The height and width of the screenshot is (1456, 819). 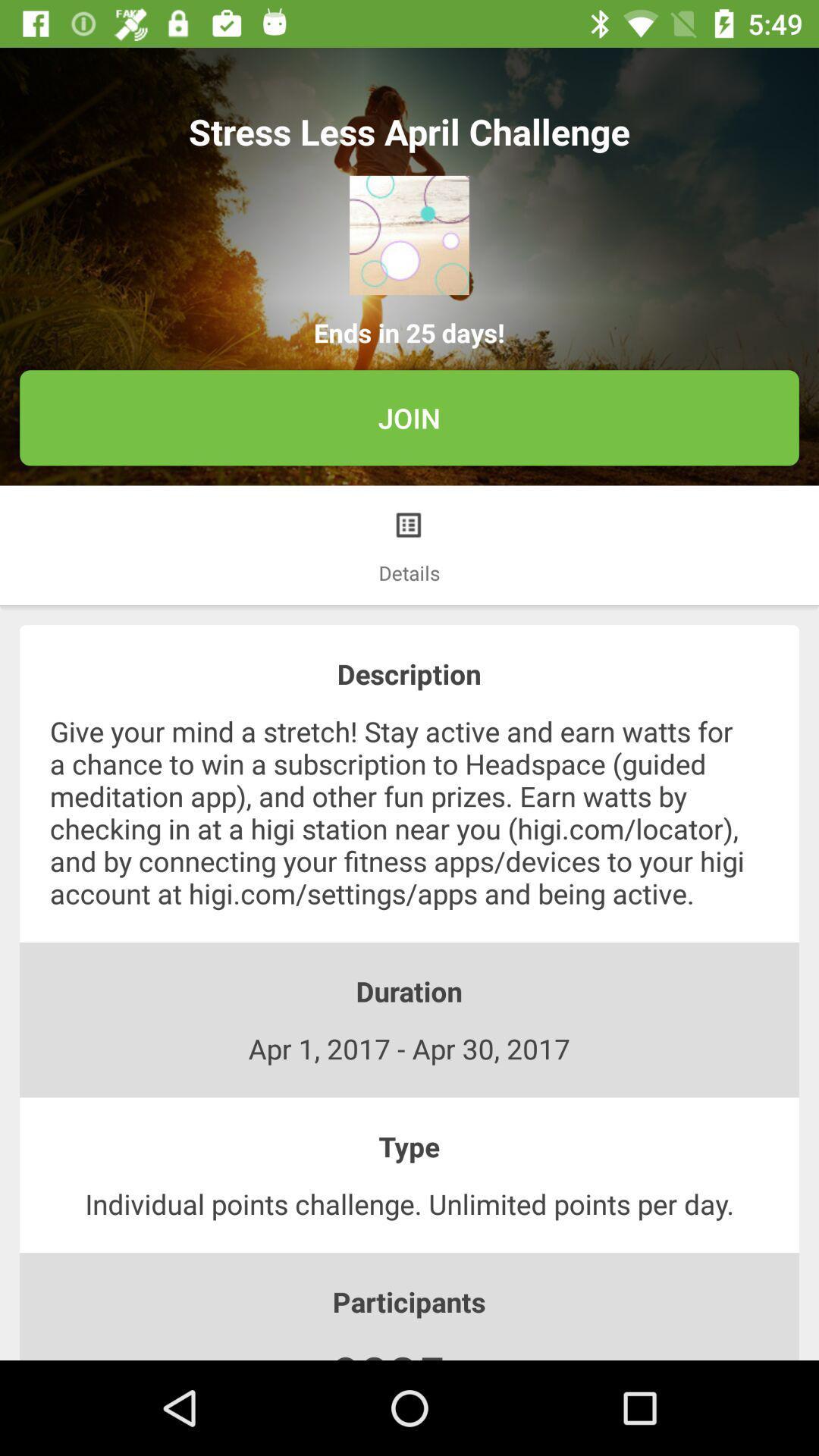 What do you see at coordinates (409, 418) in the screenshot?
I see `join` at bounding box center [409, 418].